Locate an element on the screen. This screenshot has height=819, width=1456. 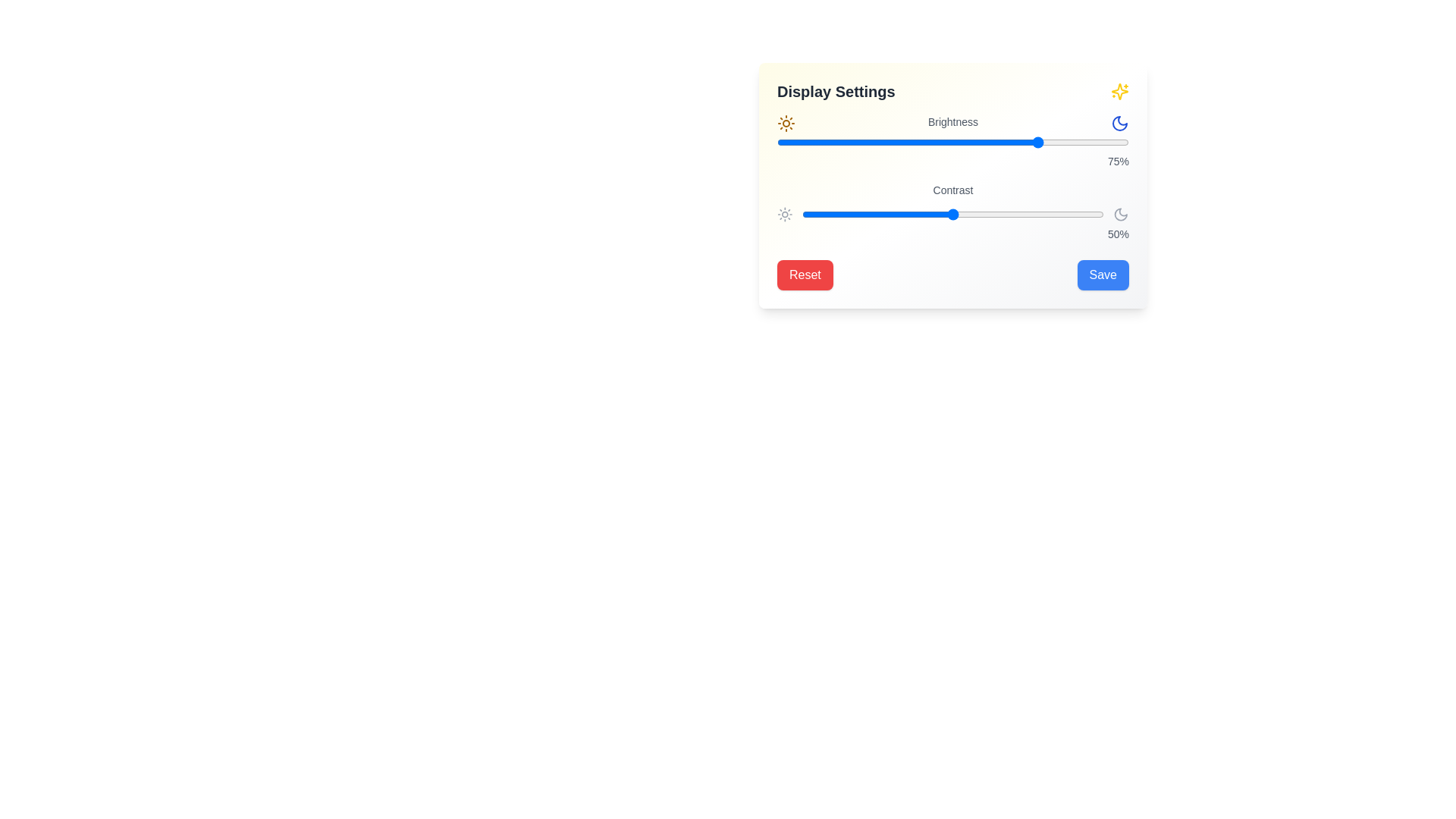
the contrast level is located at coordinates (803, 214).